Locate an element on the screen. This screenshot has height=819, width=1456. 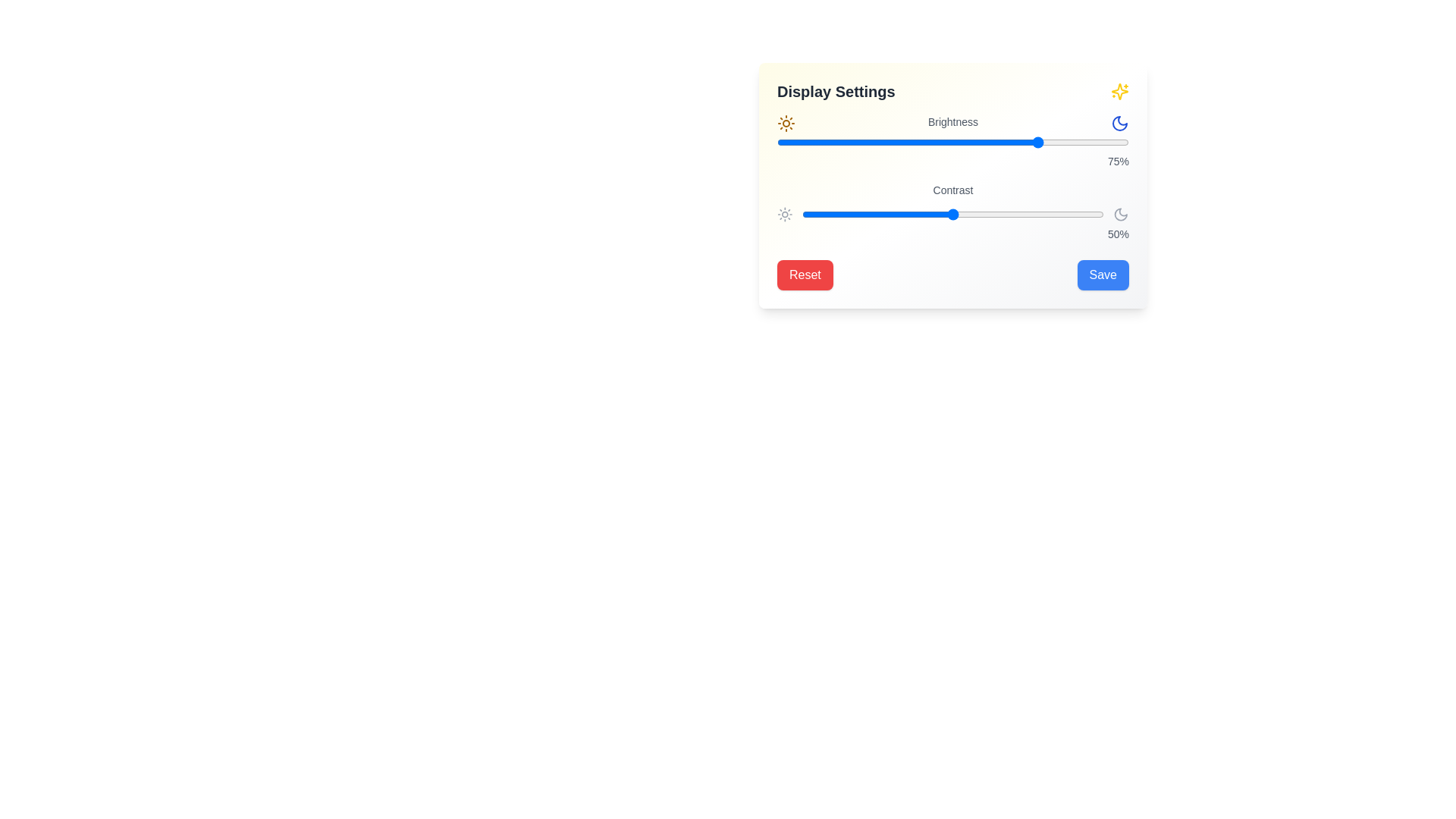
the contrast level is located at coordinates (803, 214).